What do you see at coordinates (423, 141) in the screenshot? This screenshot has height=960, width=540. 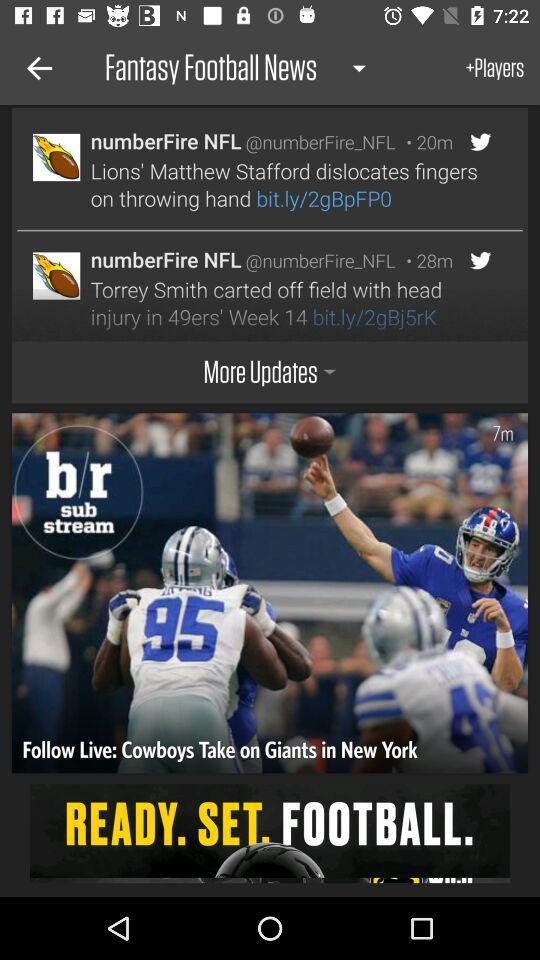 I see `icon next to @numberfire_nfl icon` at bounding box center [423, 141].